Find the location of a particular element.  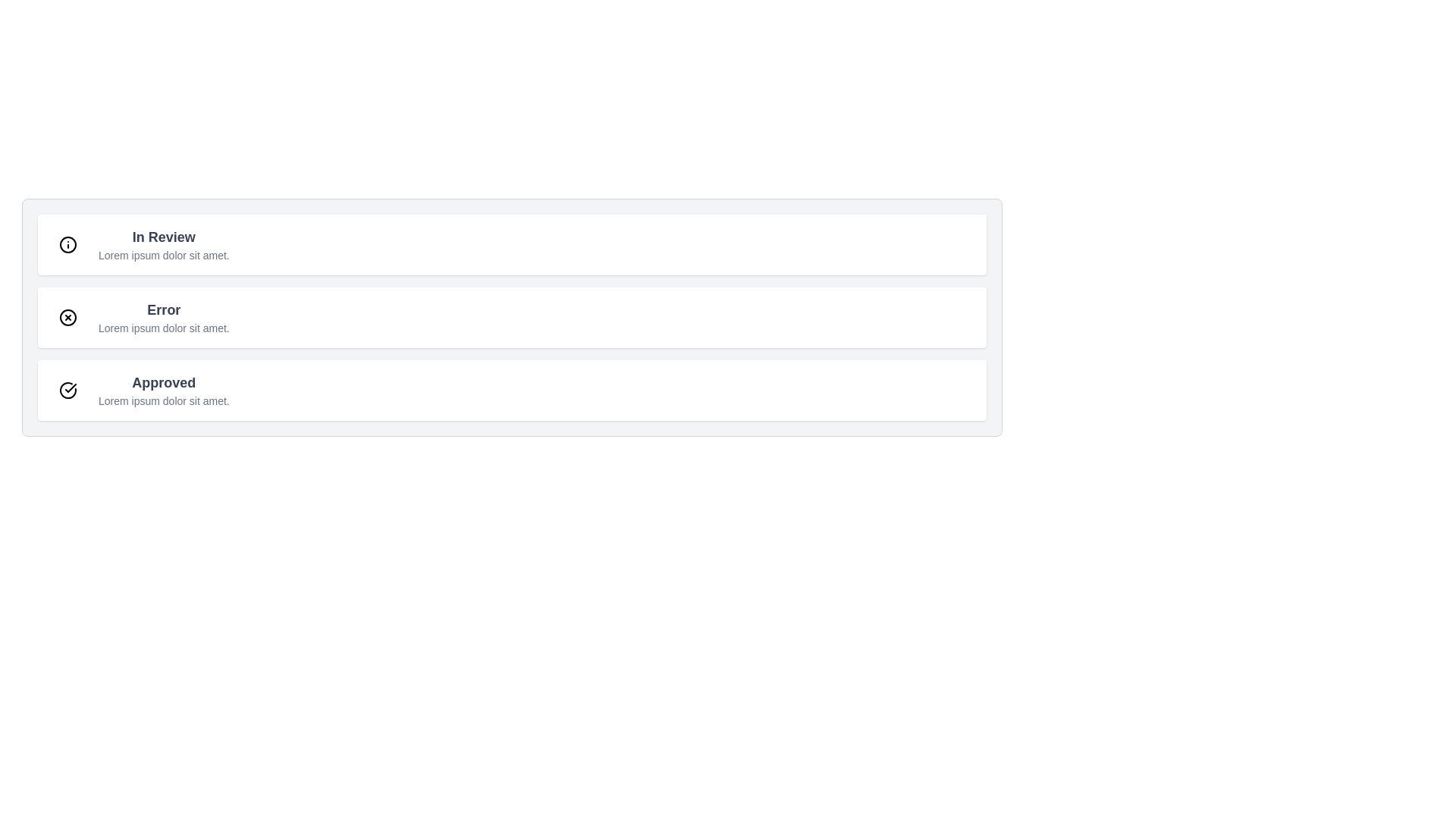

the state of the error status indicator icon located to the left of the 'Error' label in the second row of the status list is located at coordinates (67, 317).